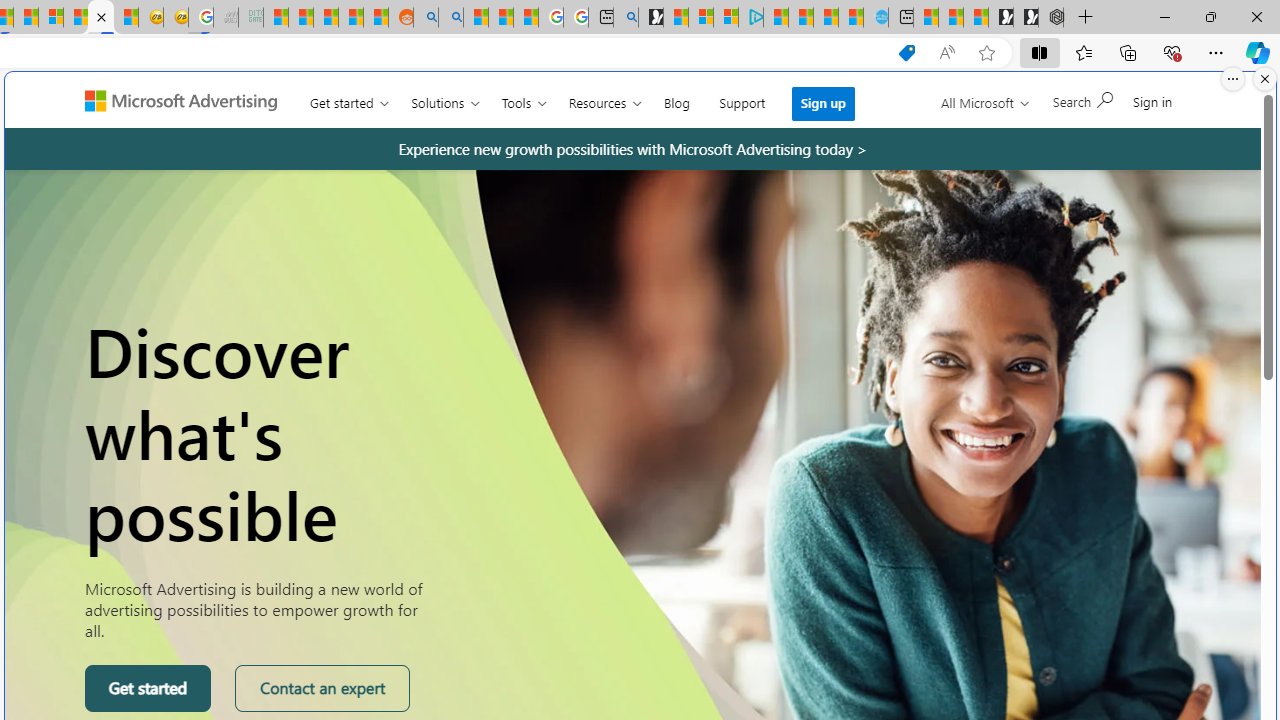  Describe the element at coordinates (1232, 78) in the screenshot. I see `'More options.'` at that location.